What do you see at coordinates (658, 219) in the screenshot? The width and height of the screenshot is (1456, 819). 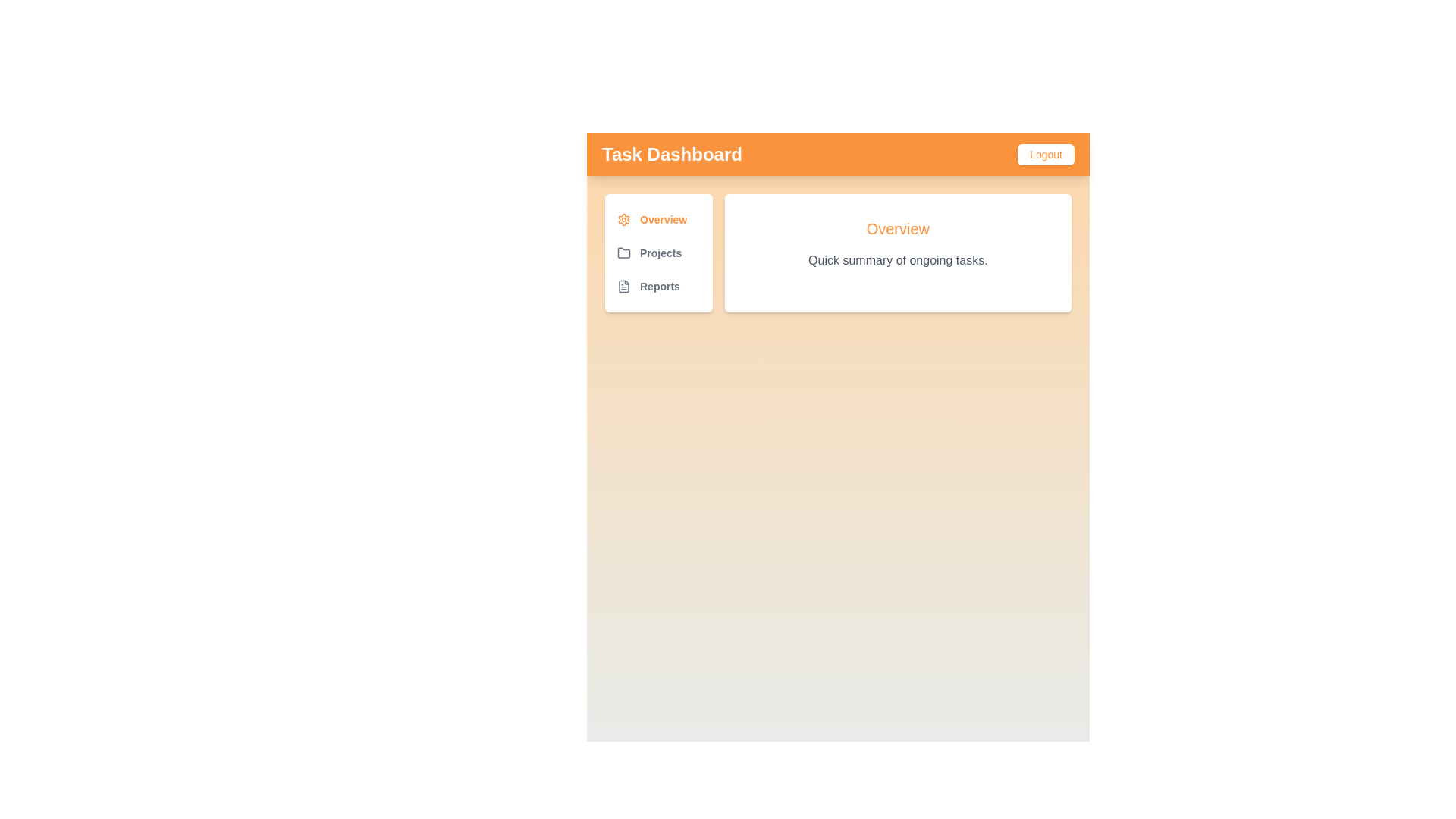 I see `the 'Overview' selectable menu item with an icon and text` at bounding box center [658, 219].